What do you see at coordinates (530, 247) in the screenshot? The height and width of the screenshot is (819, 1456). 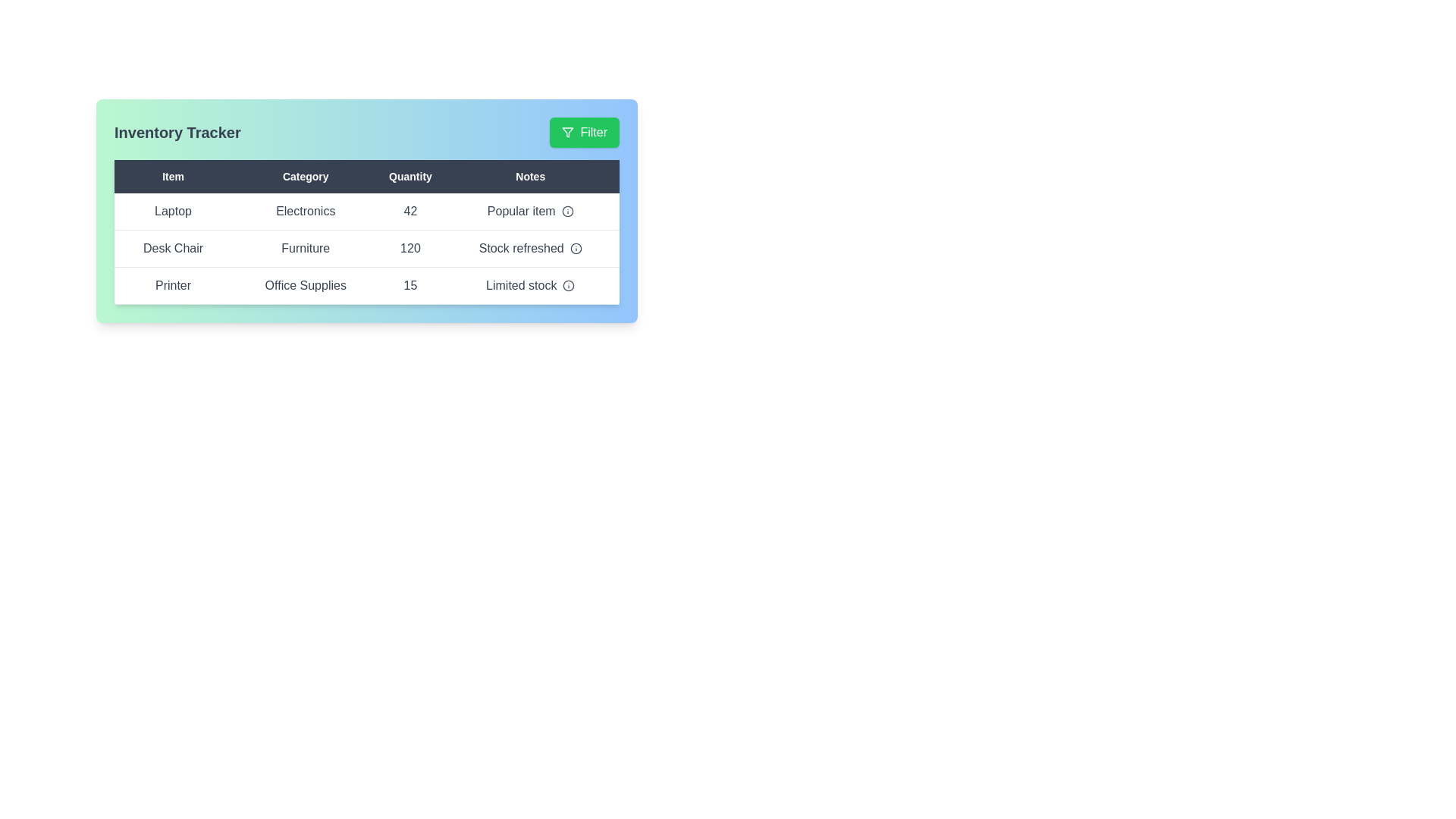 I see `the 'Notes' column entry for Stock refreshed to view additional details` at bounding box center [530, 247].